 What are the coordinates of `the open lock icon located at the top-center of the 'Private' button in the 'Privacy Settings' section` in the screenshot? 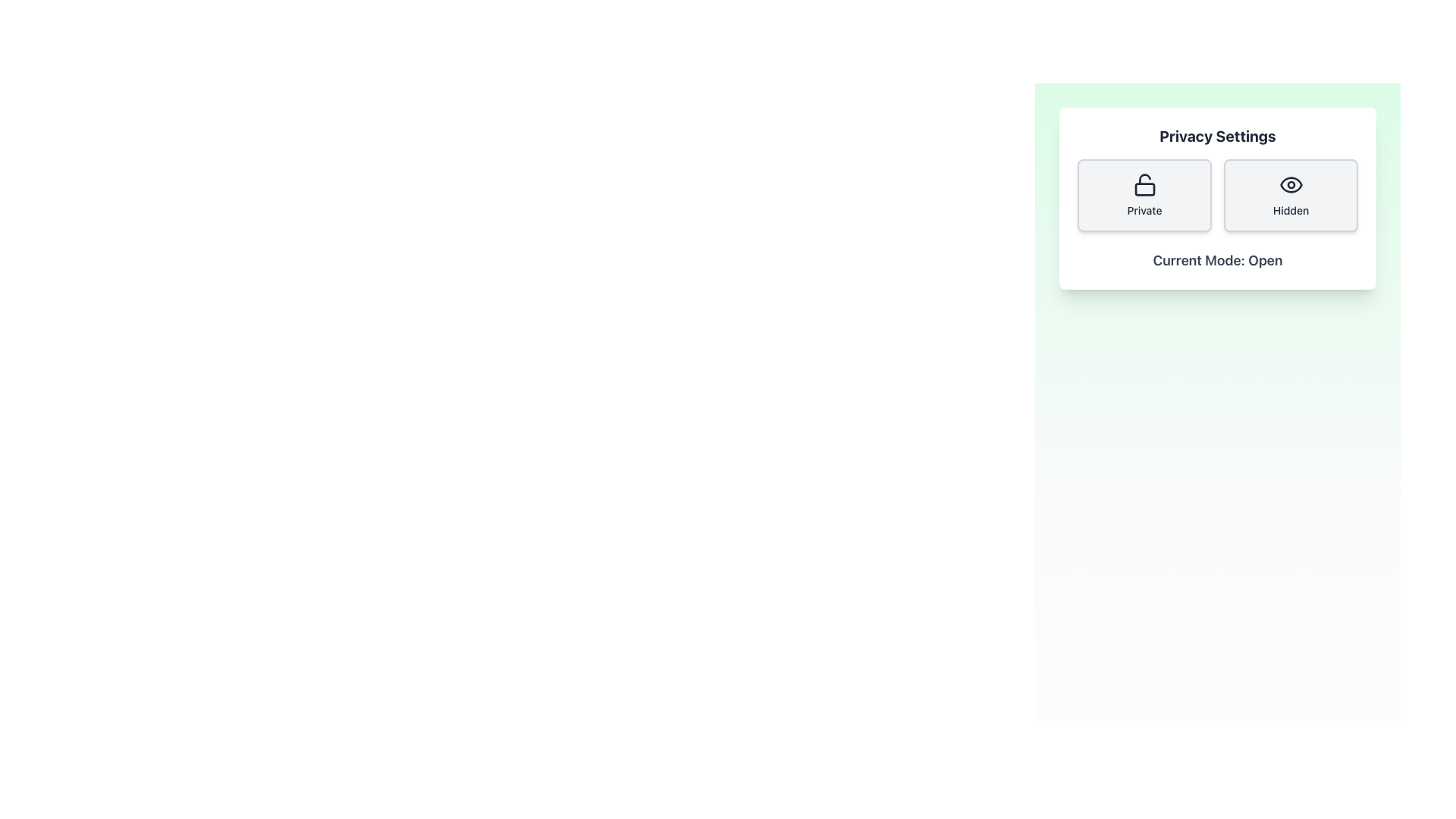 It's located at (1144, 184).